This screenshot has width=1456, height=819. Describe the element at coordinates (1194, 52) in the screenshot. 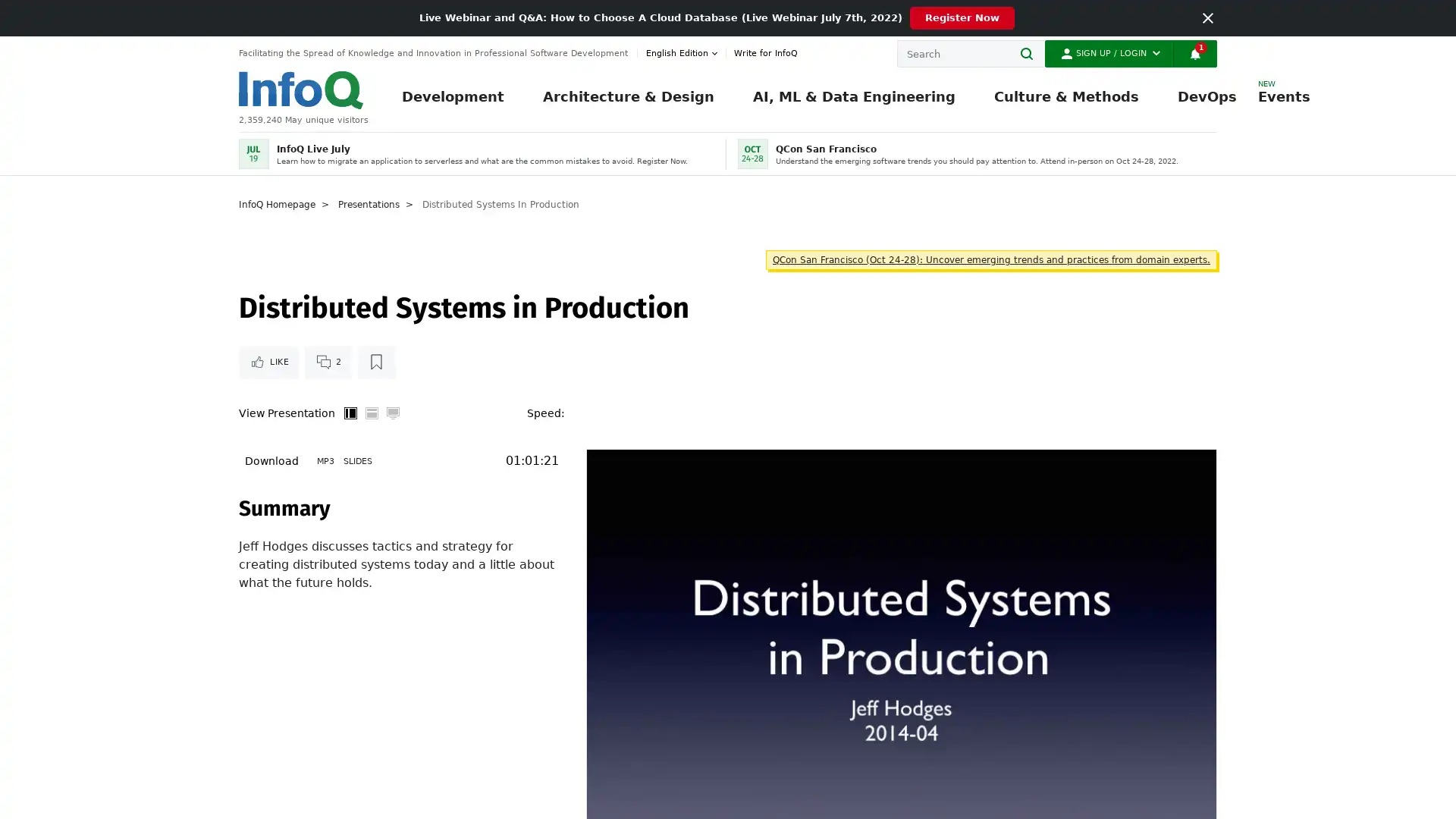

I see `Notifications` at that location.